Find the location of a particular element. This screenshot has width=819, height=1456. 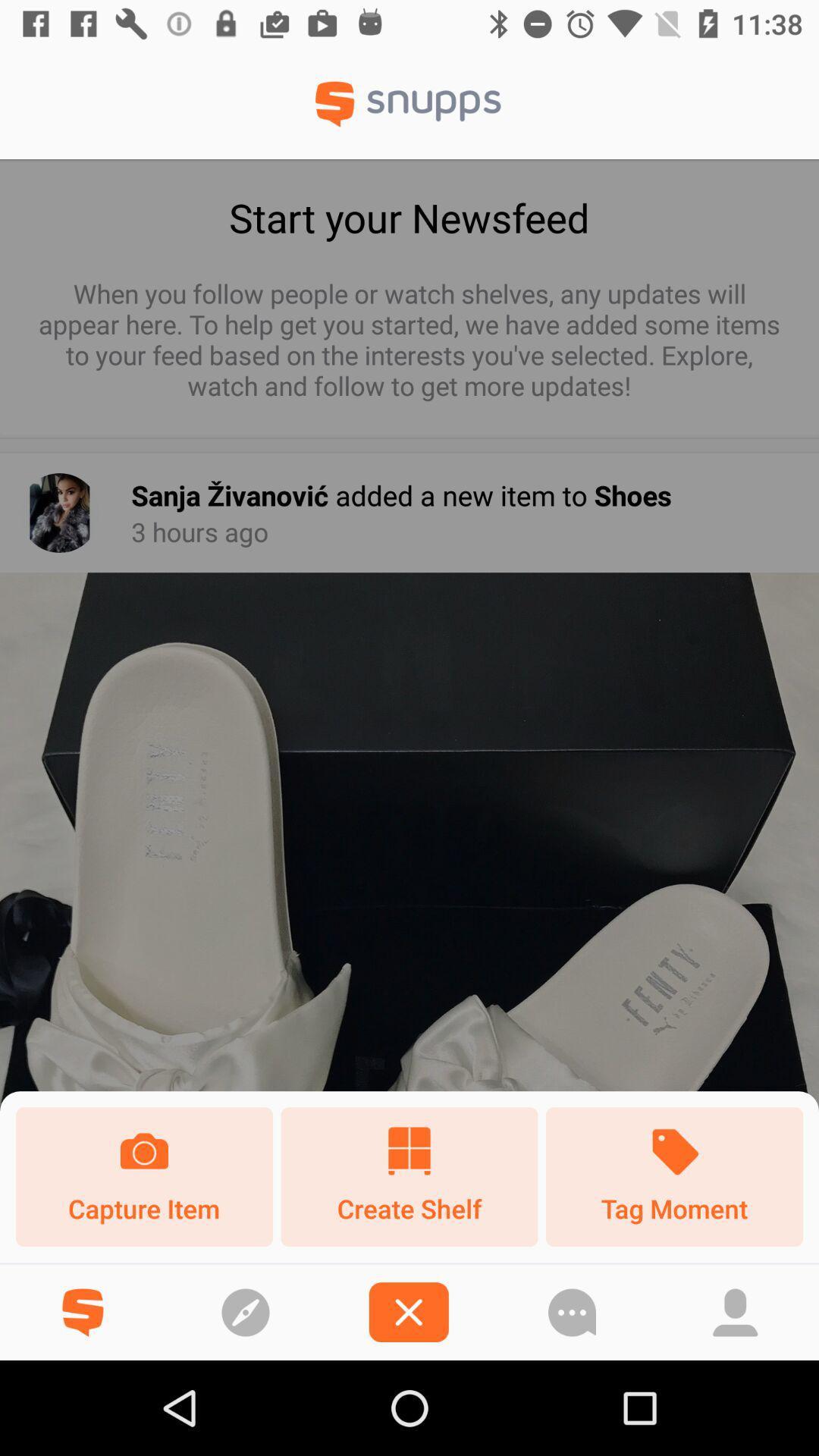

page is located at coordinates (408, 1311).